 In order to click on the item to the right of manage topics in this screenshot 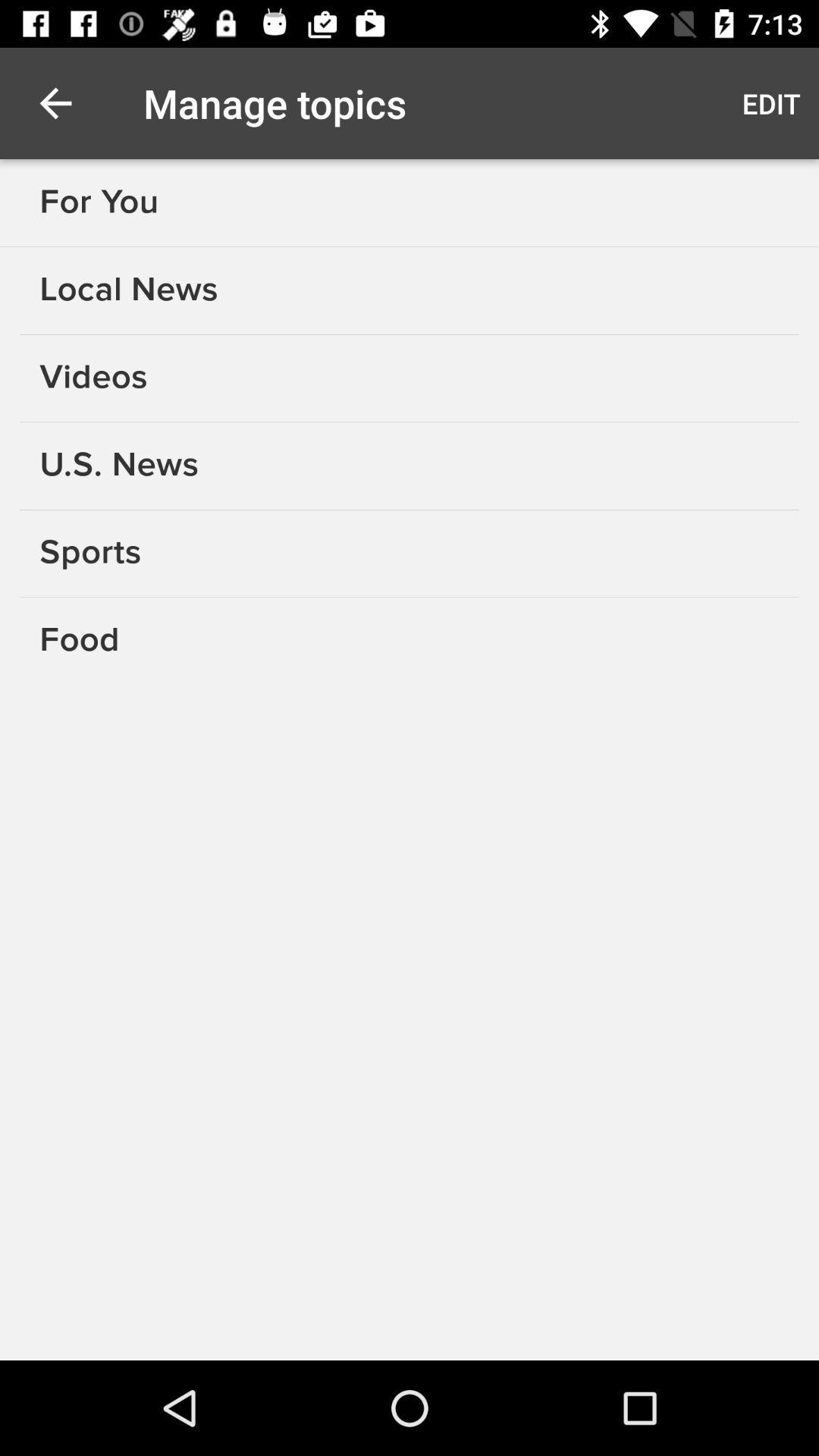, I will do `click(771, 102)`.